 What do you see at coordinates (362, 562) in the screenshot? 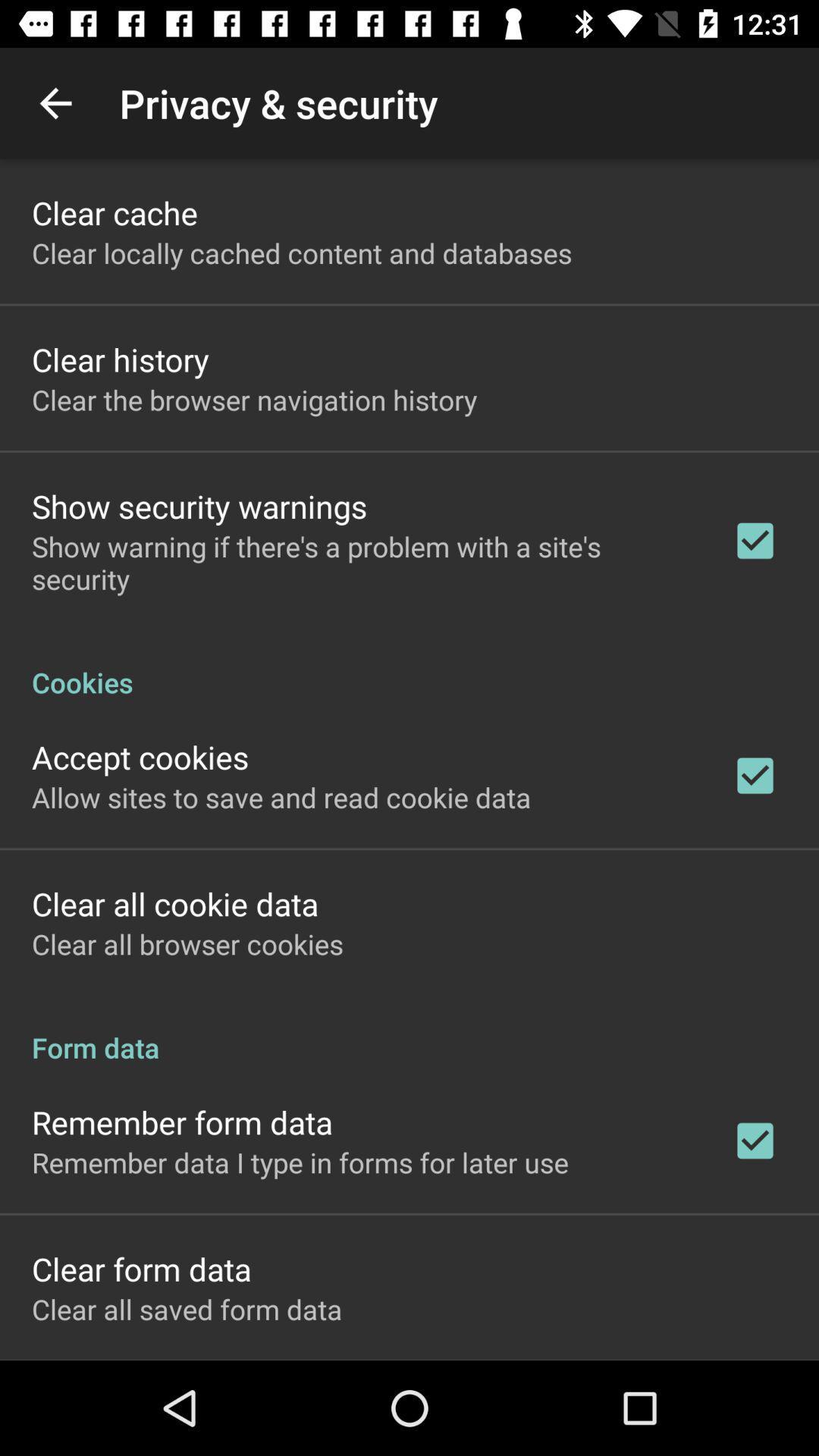
I see `the show warning if app` at bounding box center [362, 562].